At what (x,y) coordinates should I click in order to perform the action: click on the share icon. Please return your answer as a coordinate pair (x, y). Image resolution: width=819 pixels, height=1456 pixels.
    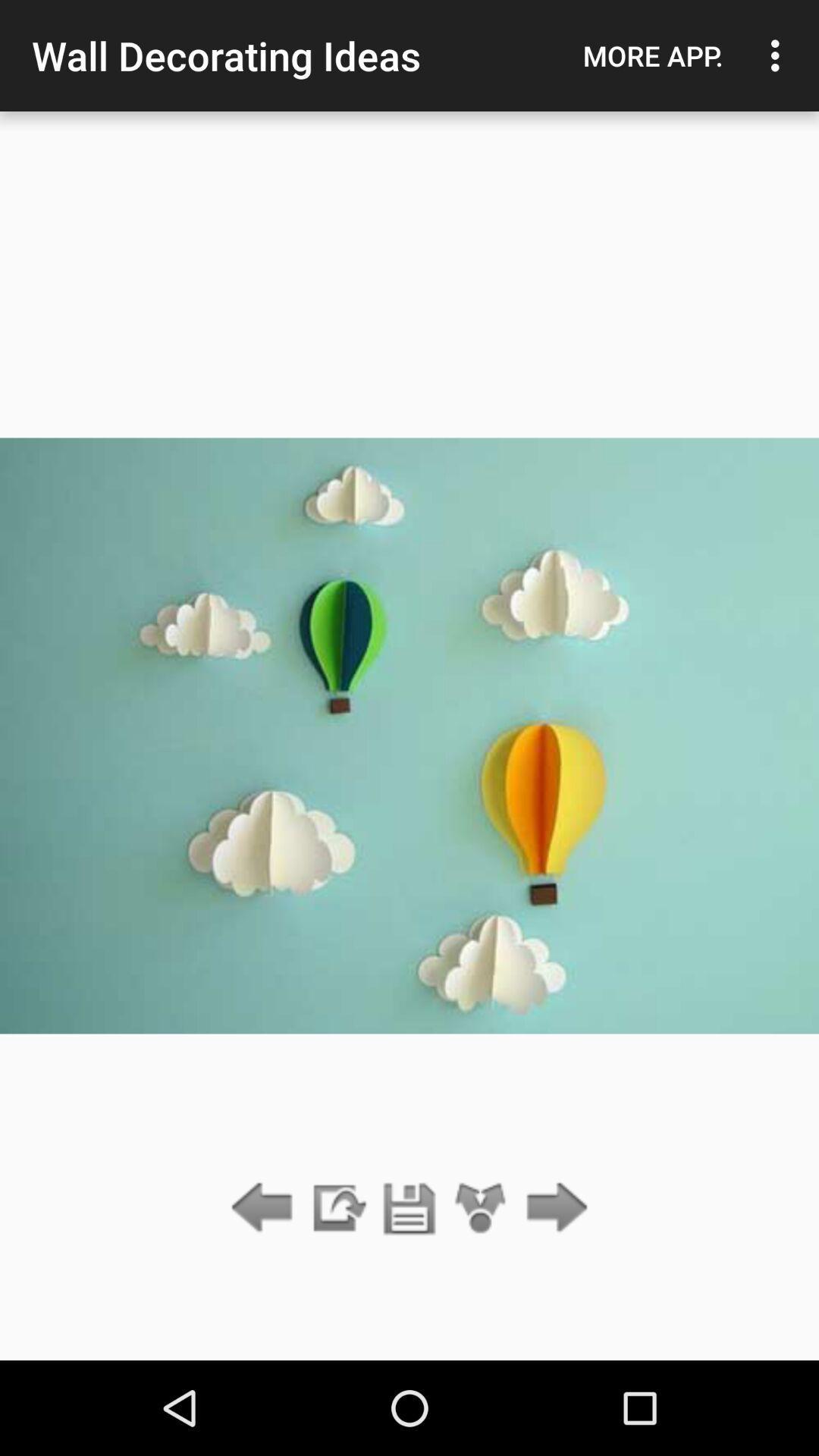
    Looking at the image, I should click on (481, 1208).